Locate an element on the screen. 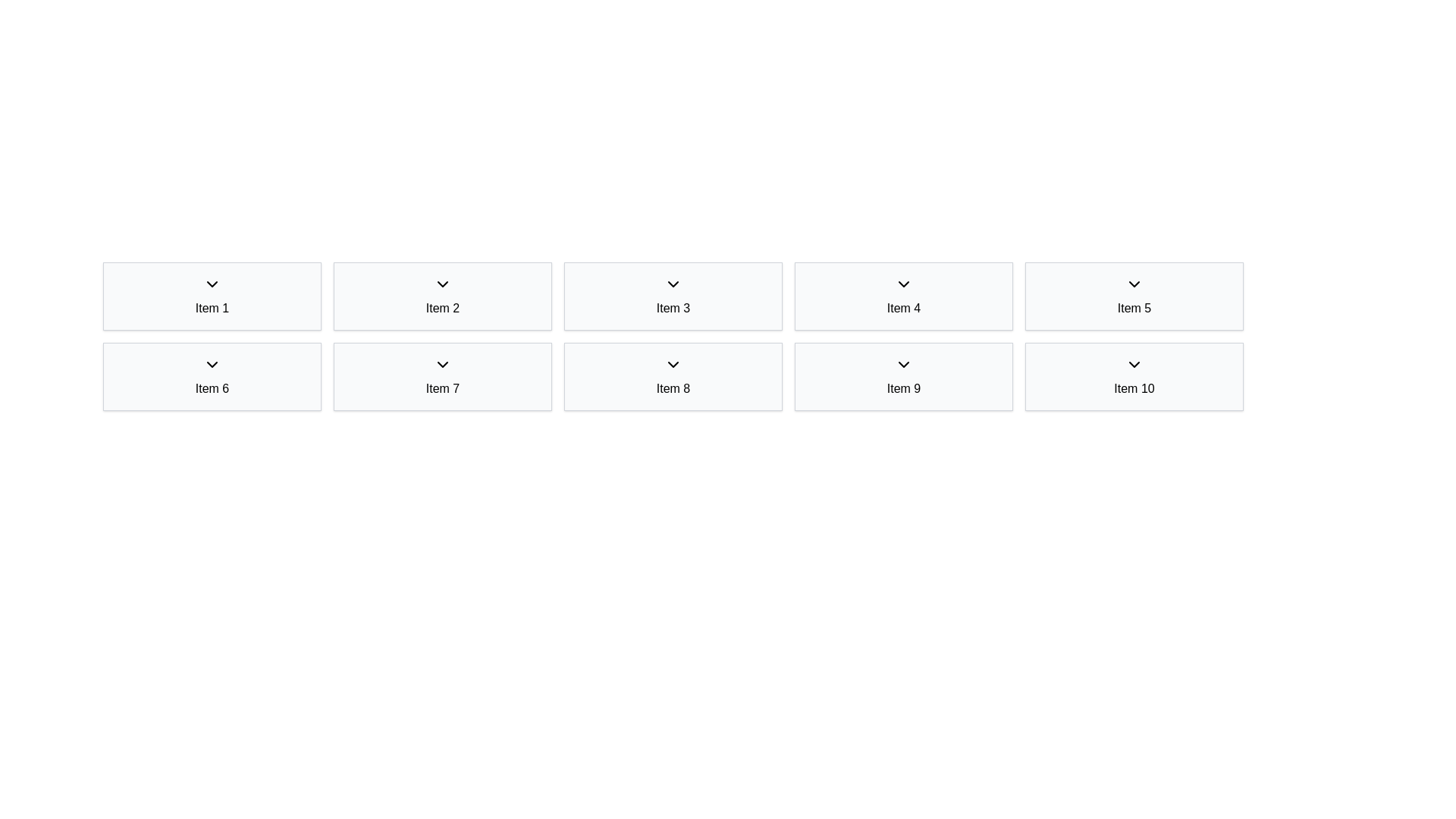  the text label displaying 'Item 8', which is centered and located in the second row and third column of the square cards interface, below a chevron icon is located at coordinates (673, 388).